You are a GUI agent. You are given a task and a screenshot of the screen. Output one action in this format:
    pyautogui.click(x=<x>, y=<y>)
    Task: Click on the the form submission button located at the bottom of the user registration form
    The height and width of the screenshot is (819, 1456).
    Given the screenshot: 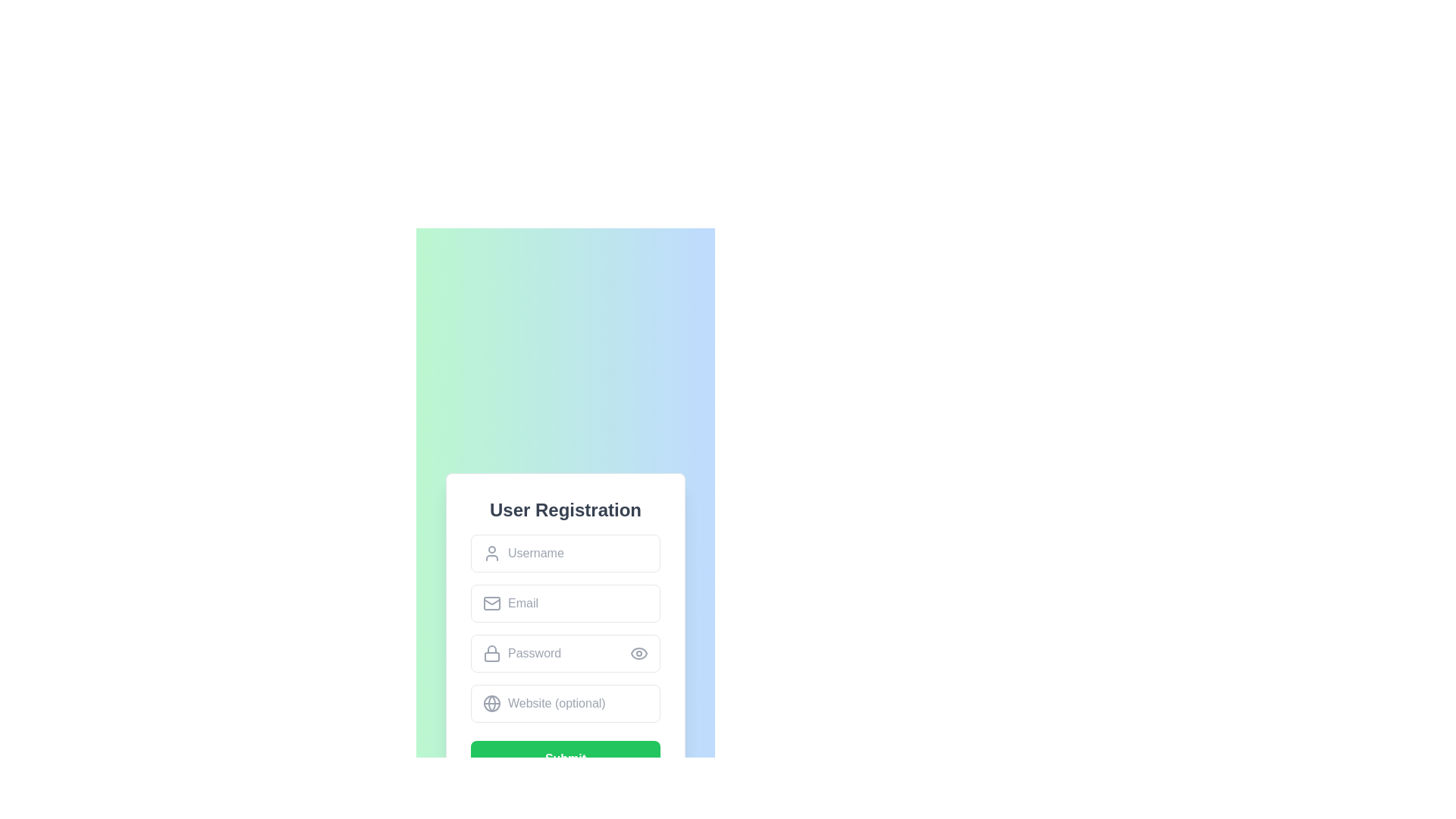 What is the action you would take?
    pyautogui.click(x=564, y=759)
    